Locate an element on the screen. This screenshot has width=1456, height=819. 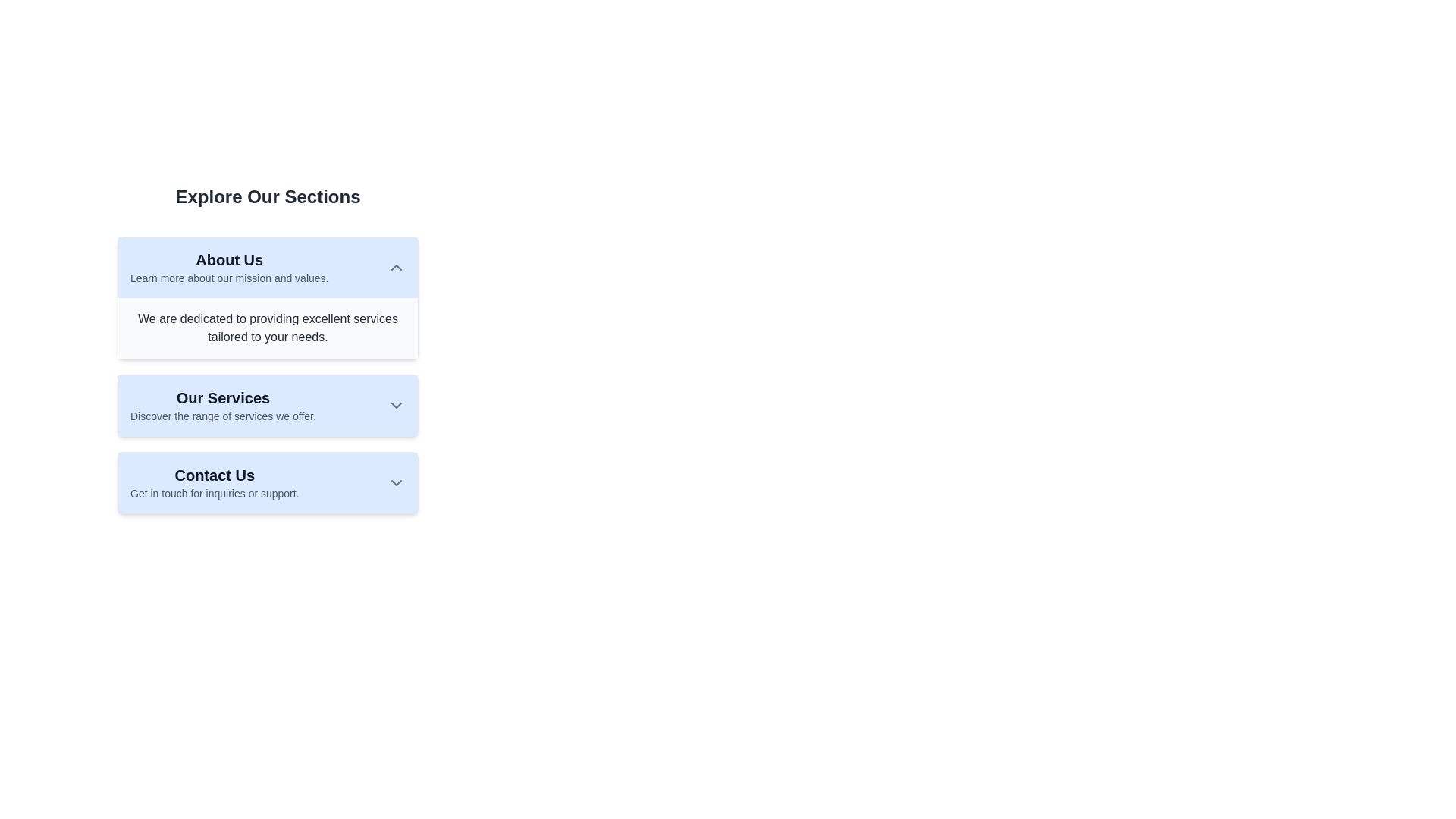
the downward-facing gray chevron icon located to the far right of the 'Contact Us' section for additional indication is located at coordinates (397, 482).